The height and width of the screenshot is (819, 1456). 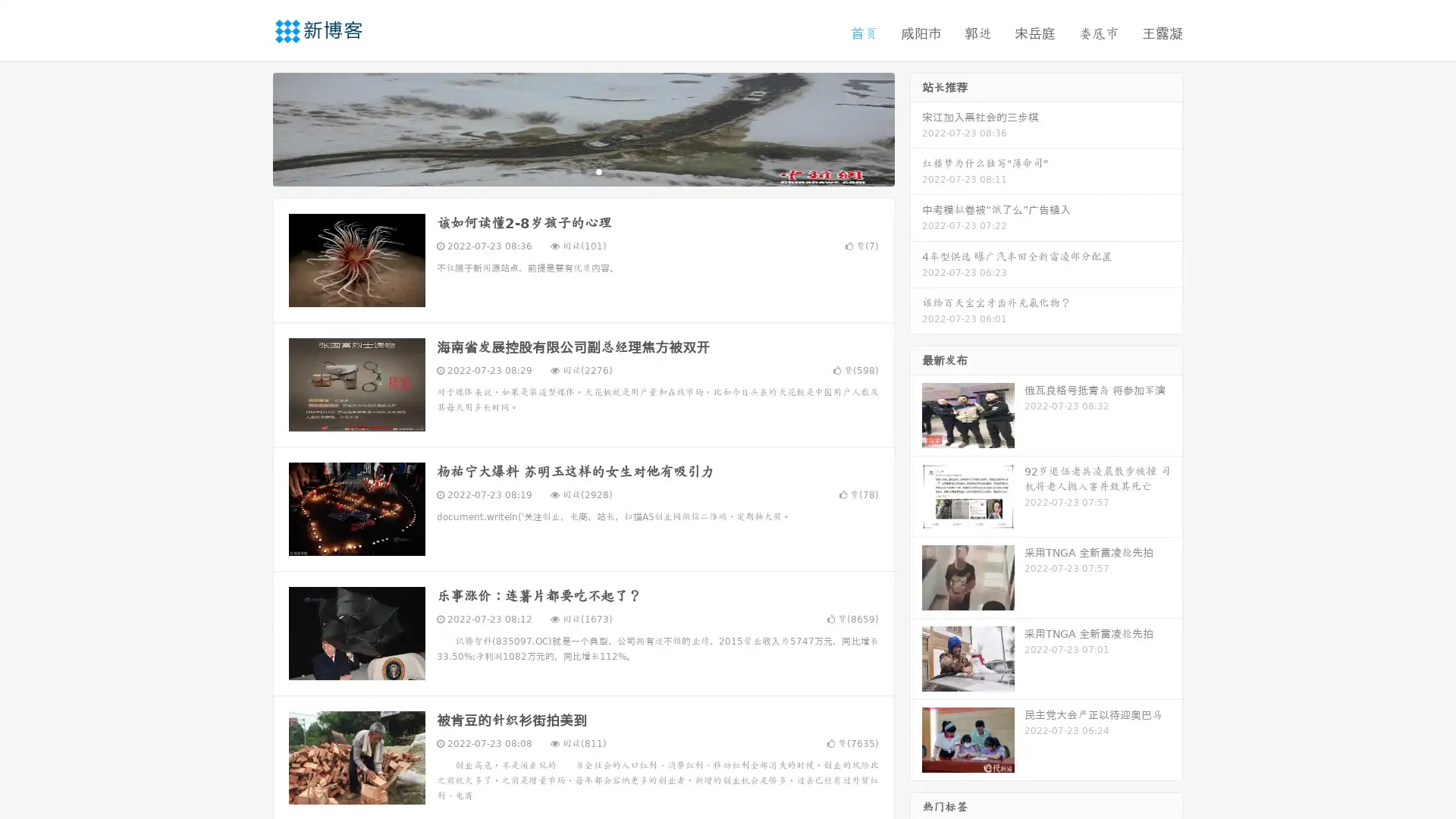 What do you see at coordinates (916, 127) in the screenshot?
I see `Next slide` at bounding box center [916, 127].